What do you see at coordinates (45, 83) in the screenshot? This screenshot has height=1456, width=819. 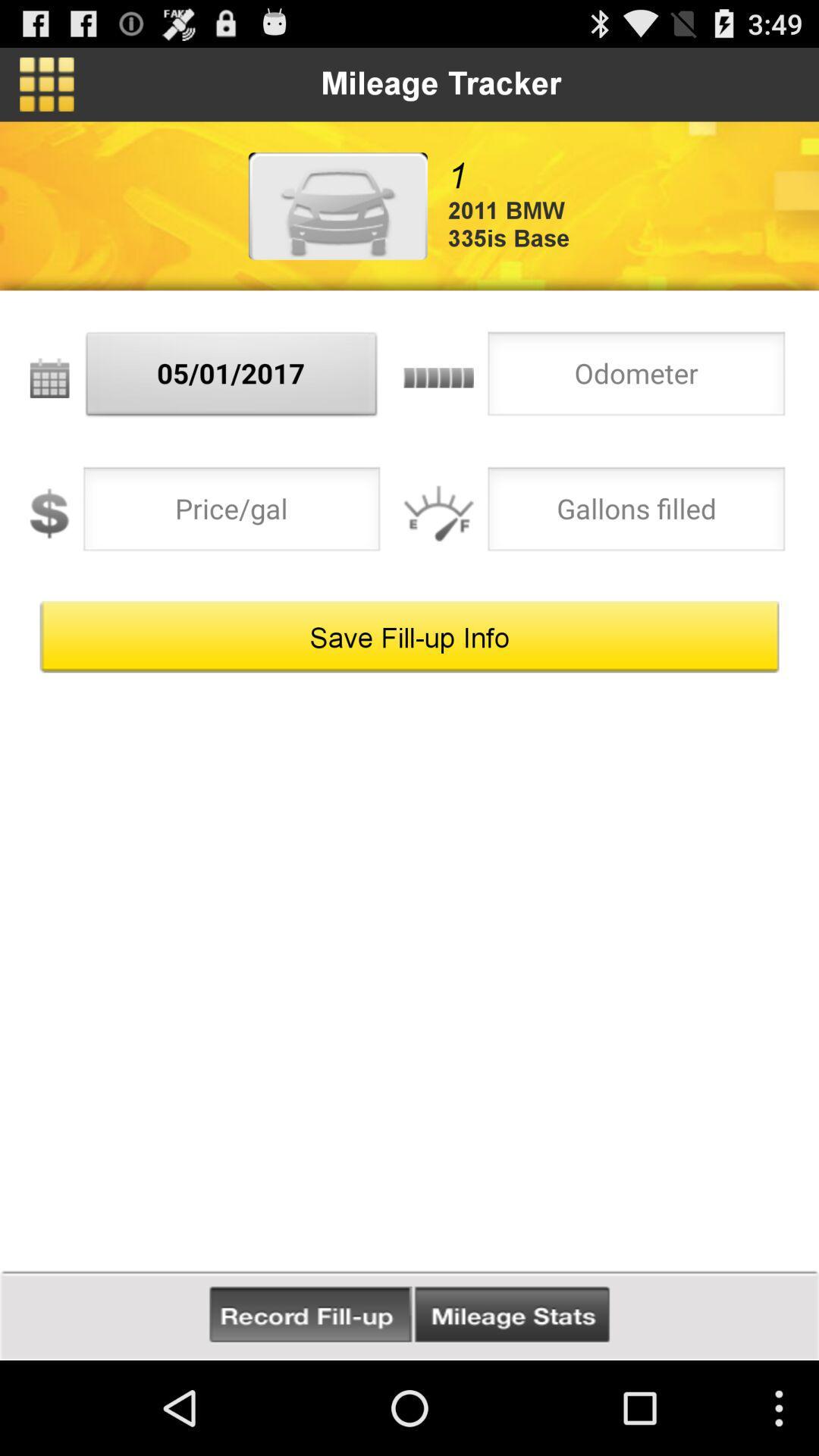 I see `open the menu bar` at bounding box center [45, 83].